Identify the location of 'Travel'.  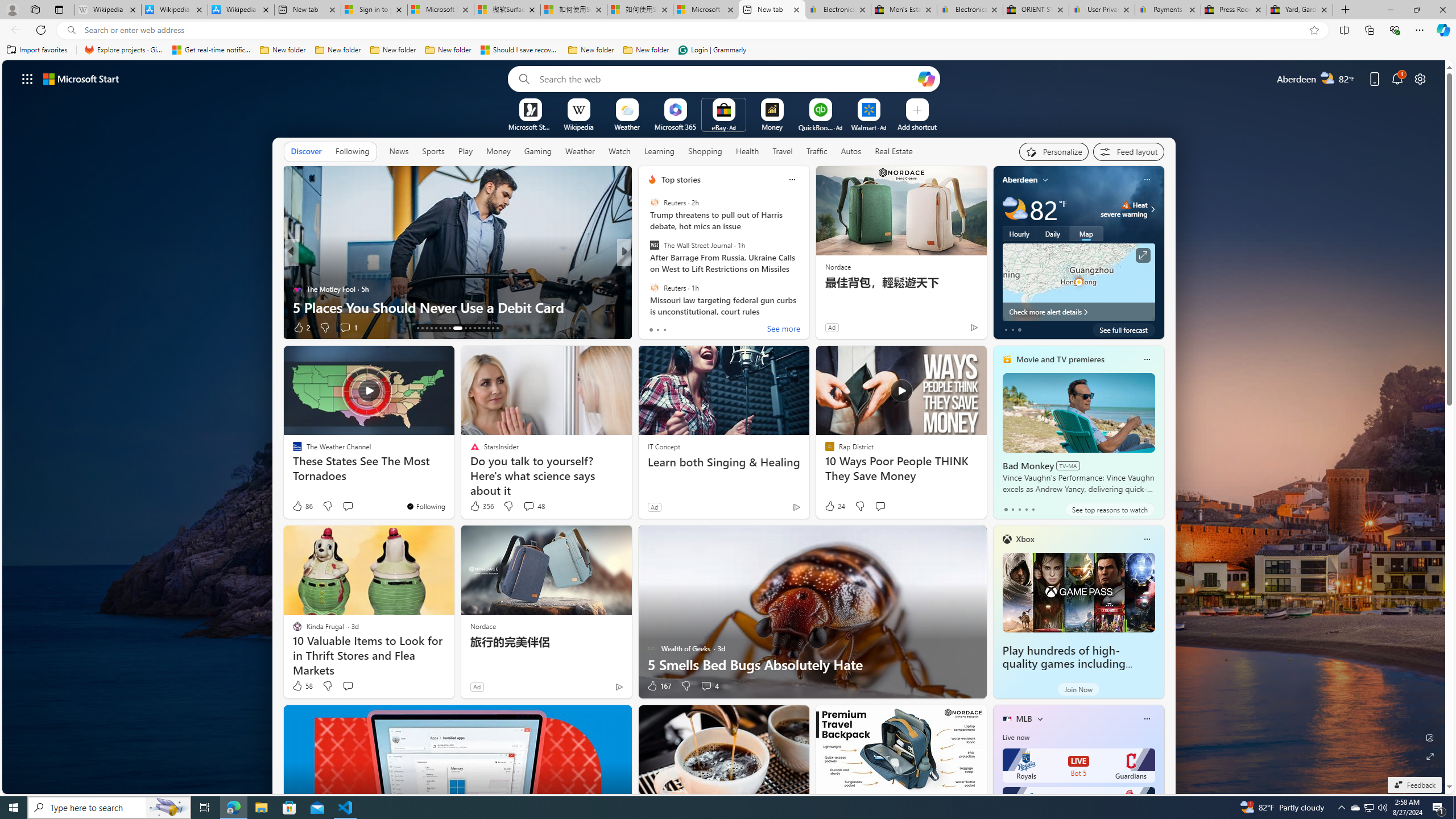
(782, 151).